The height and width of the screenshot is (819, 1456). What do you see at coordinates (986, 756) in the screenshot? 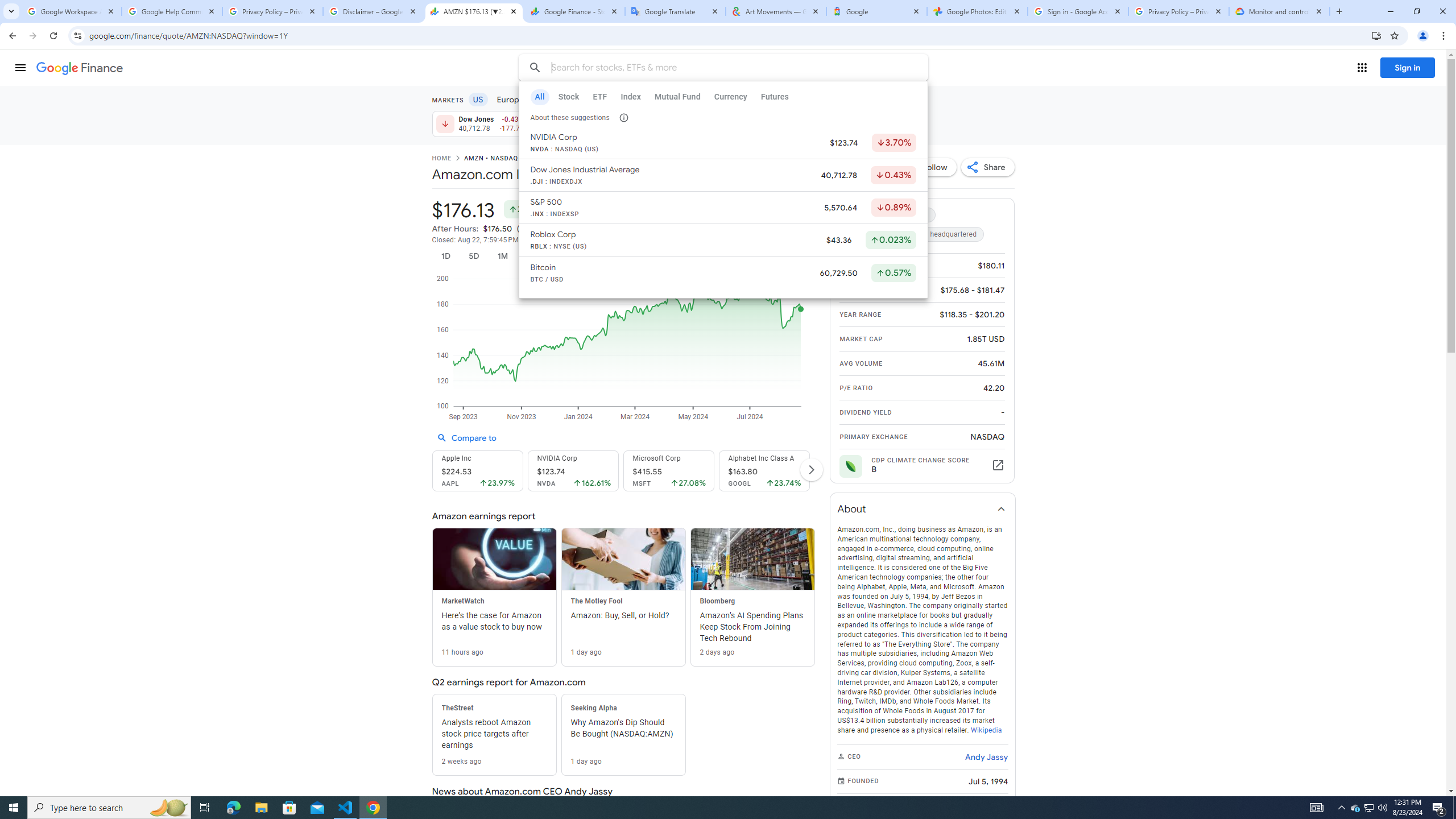
I see `'Andy Jassy'` at bounding box center [986, 756].